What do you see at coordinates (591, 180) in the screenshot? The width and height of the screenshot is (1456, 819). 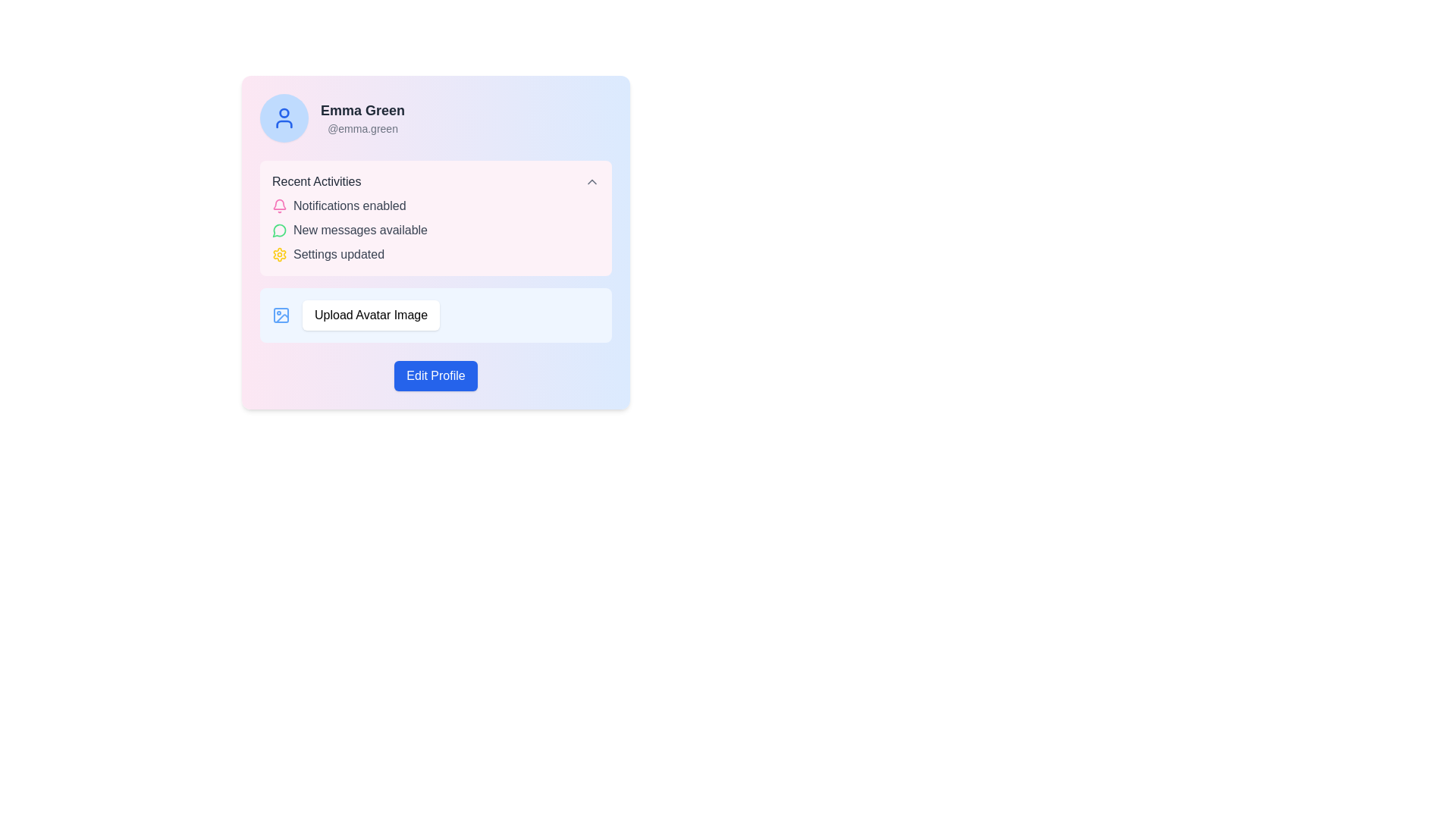 I see `the chevron of the Dropdown toggle button located to the right of the 'Recent Activities' title by moving the mouse to its center point` at bounding box center [591, 180].